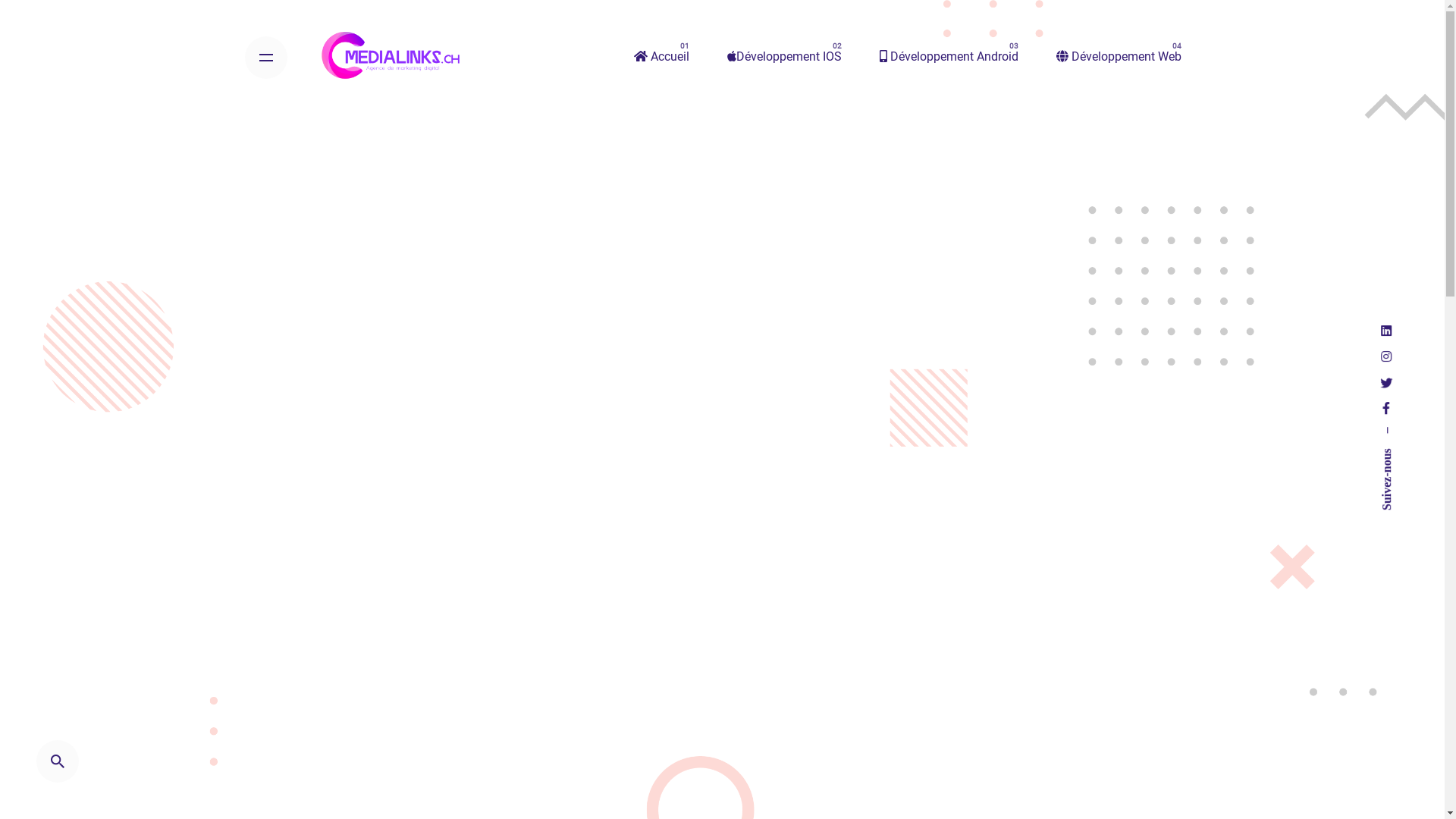 This screenshot has height=819, width=1456. What do you see at coordinates (615, 56) in the screenshot?
I see `'Accueil'` at bounding box center [615, 56].